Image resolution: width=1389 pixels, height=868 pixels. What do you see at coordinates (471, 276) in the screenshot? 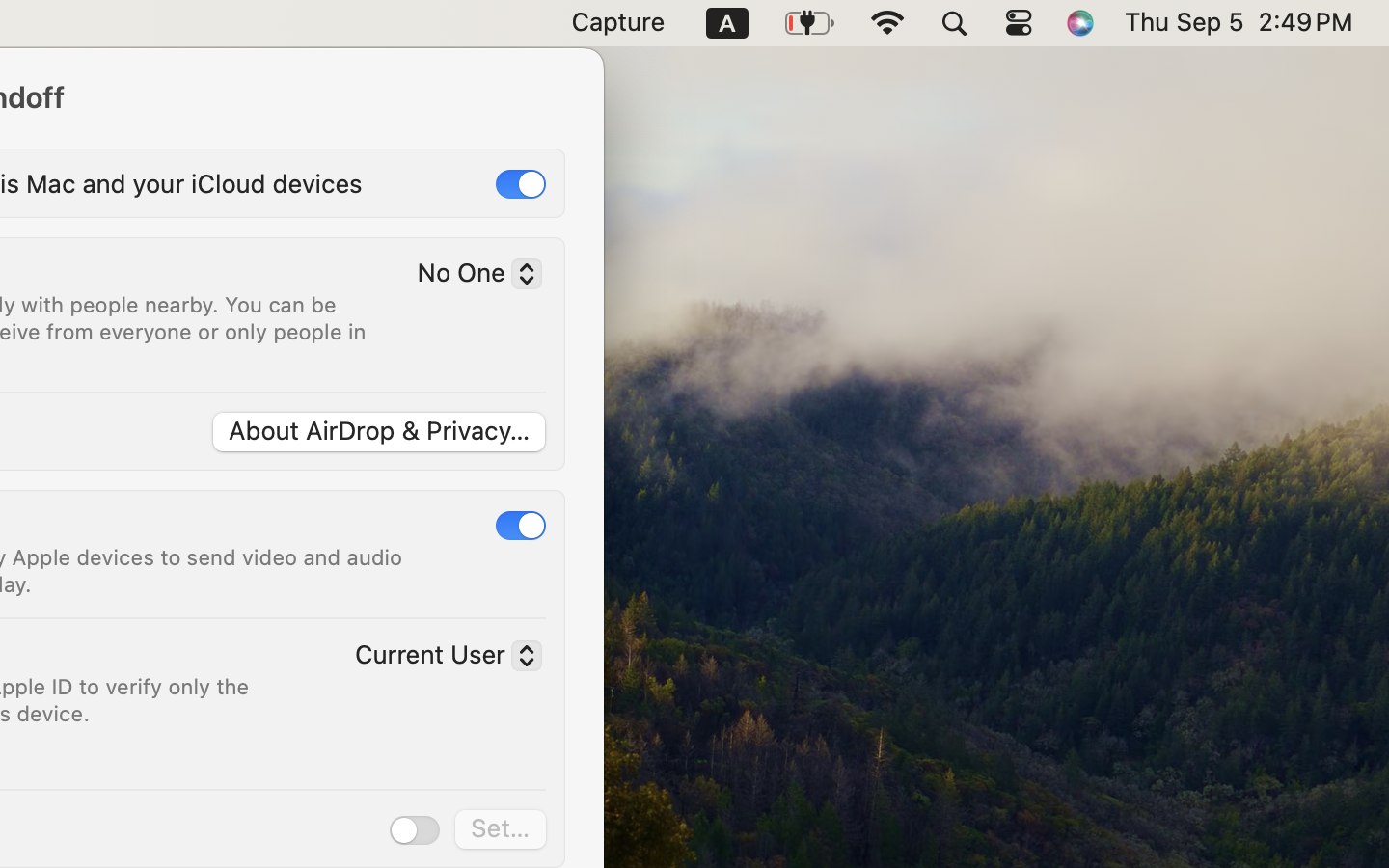
I see `'No One'` at bounding box center [471, 276].